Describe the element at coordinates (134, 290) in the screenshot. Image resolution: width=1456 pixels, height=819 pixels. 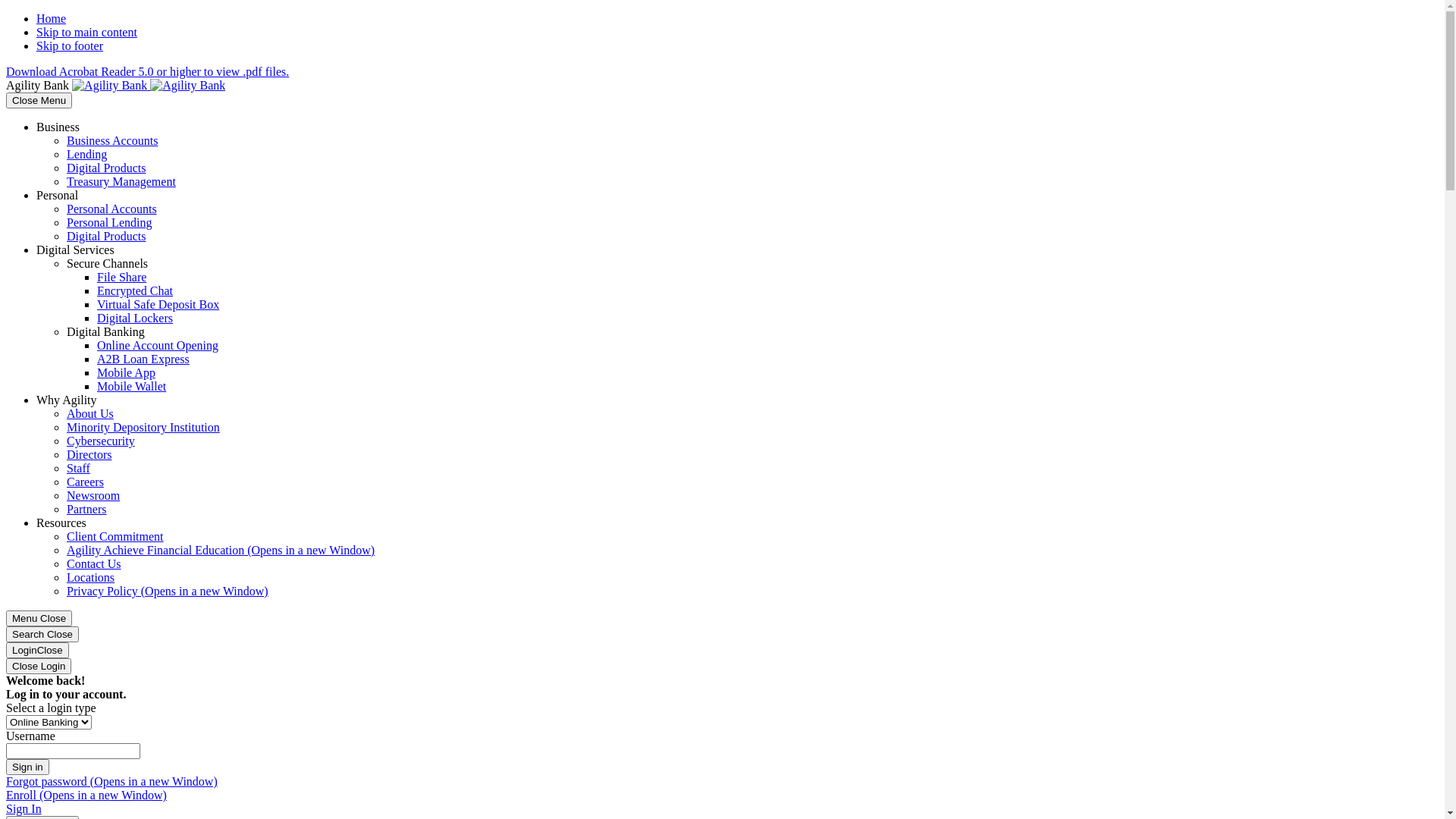
I see `'Encrypted Chat'` at that location.